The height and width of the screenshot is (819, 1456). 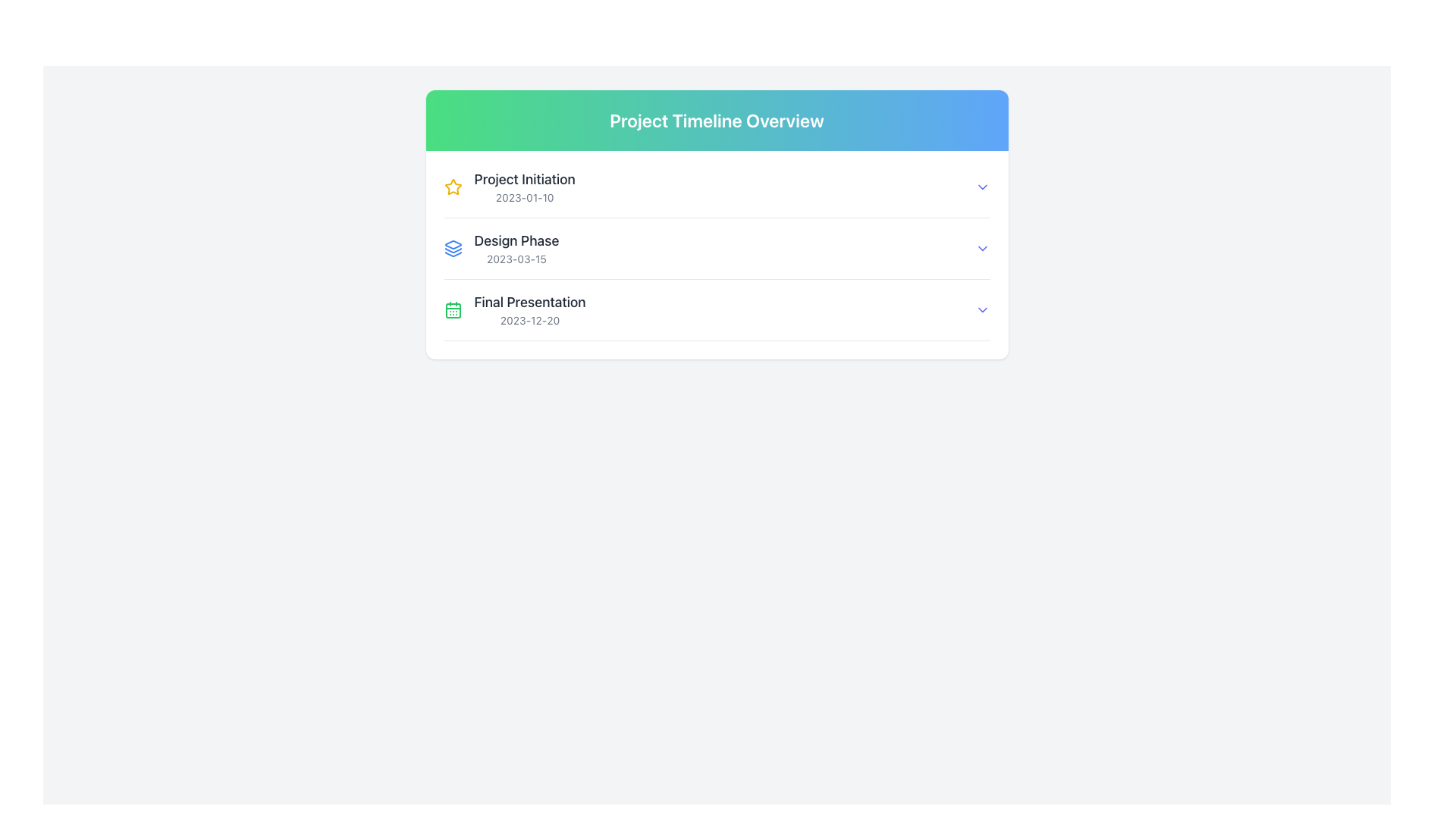 What do you see at coordinates (530, 309) in the screenshot?
I see `text from the Text Block containing 'Final Presentation' and '2023-12-20', which is the third item in the vertical timeline list` at bounding box center [530, 309].